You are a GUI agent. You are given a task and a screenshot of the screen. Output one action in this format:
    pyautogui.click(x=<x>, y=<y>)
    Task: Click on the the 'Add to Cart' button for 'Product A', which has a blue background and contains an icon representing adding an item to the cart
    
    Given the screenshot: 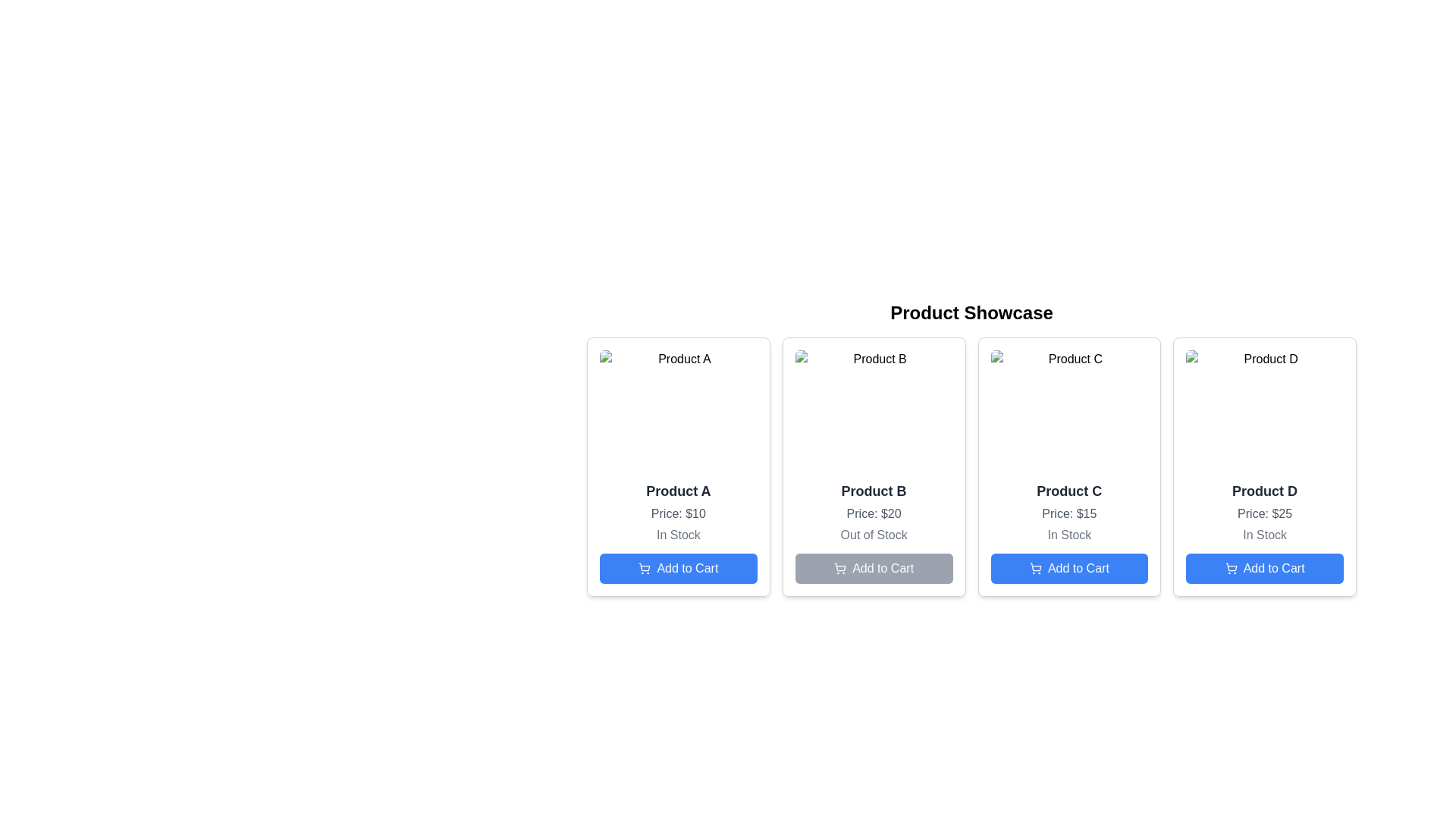 What is the action you would take?
    pyautogui.click(x=645, y=568)
    